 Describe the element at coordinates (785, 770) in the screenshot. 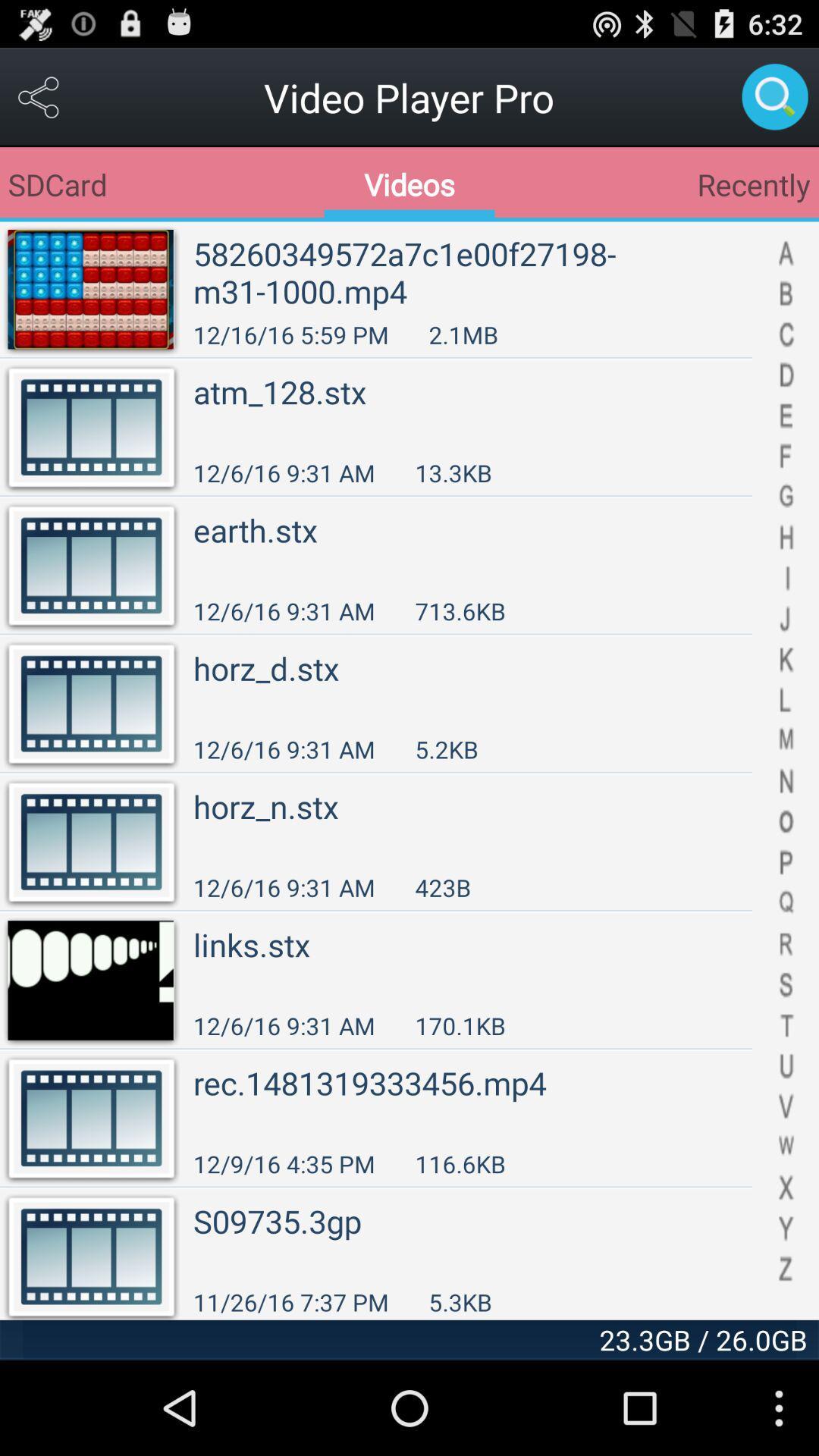

I see `search list` at that location.